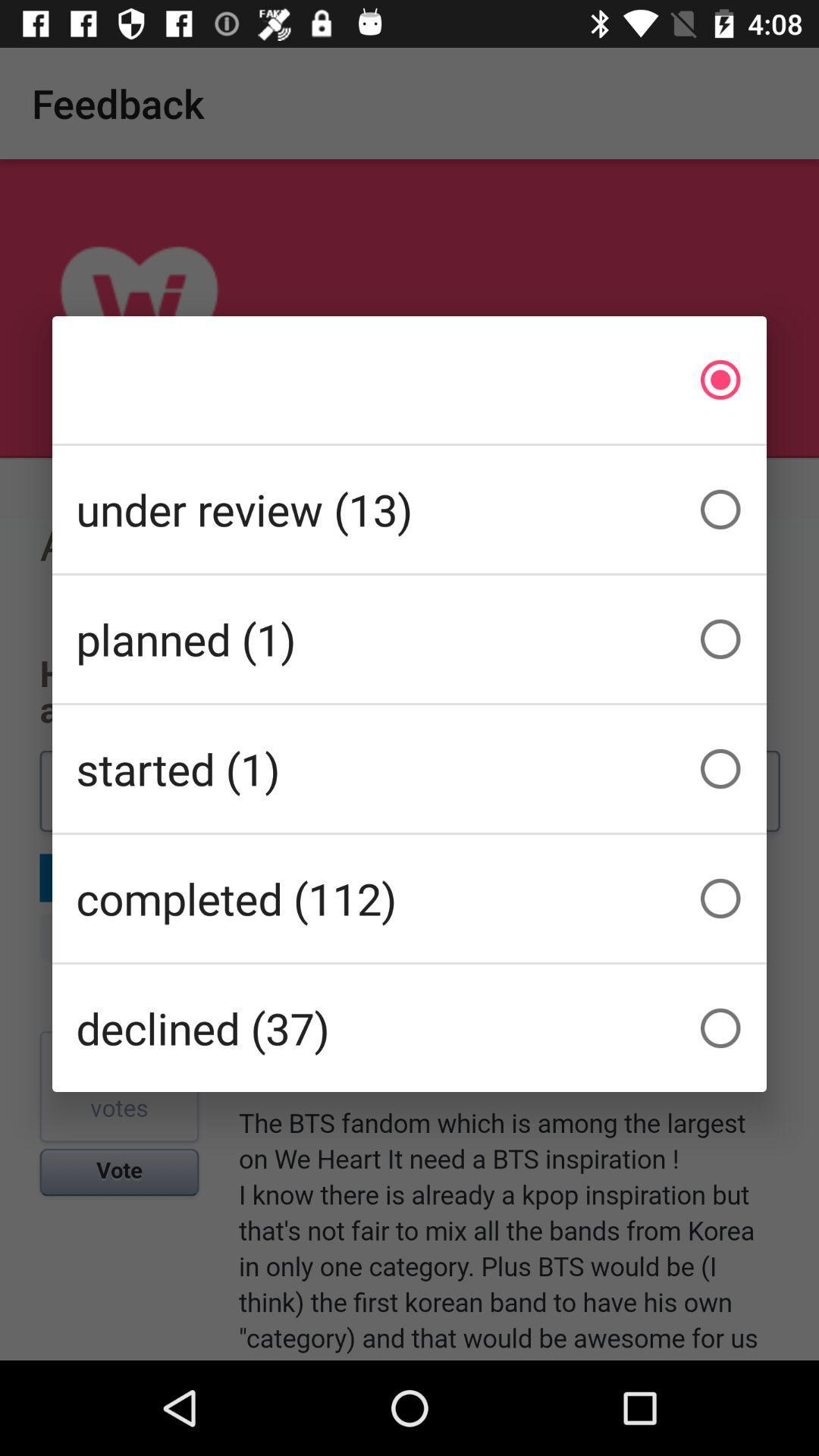 The width and height of the screenshot is (819, 1456). Describe the element at coordinates (409, 768) in the screenshot. I see `the item above the completed (112)` at that location.